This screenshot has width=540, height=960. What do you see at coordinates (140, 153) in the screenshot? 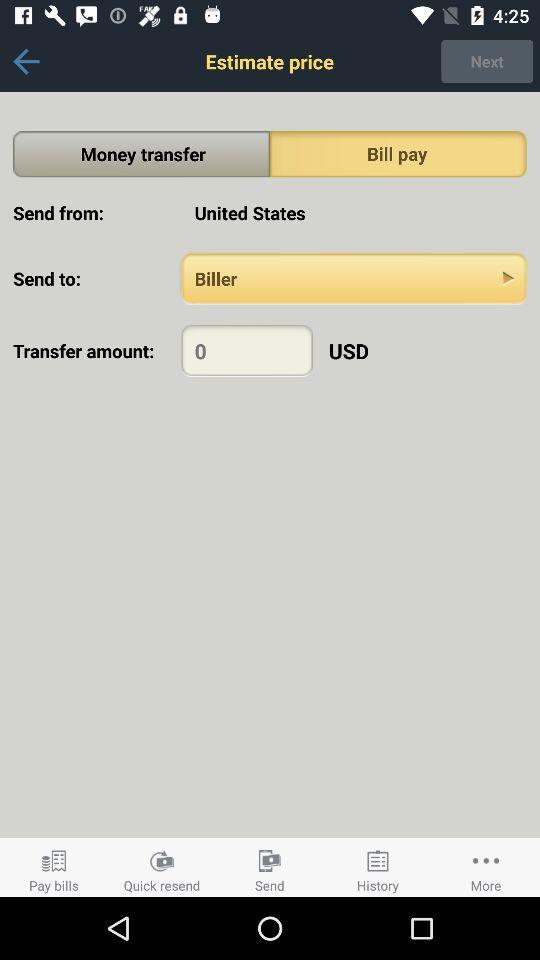
I see `the item above the send from:` at bounding box center [140, 153].